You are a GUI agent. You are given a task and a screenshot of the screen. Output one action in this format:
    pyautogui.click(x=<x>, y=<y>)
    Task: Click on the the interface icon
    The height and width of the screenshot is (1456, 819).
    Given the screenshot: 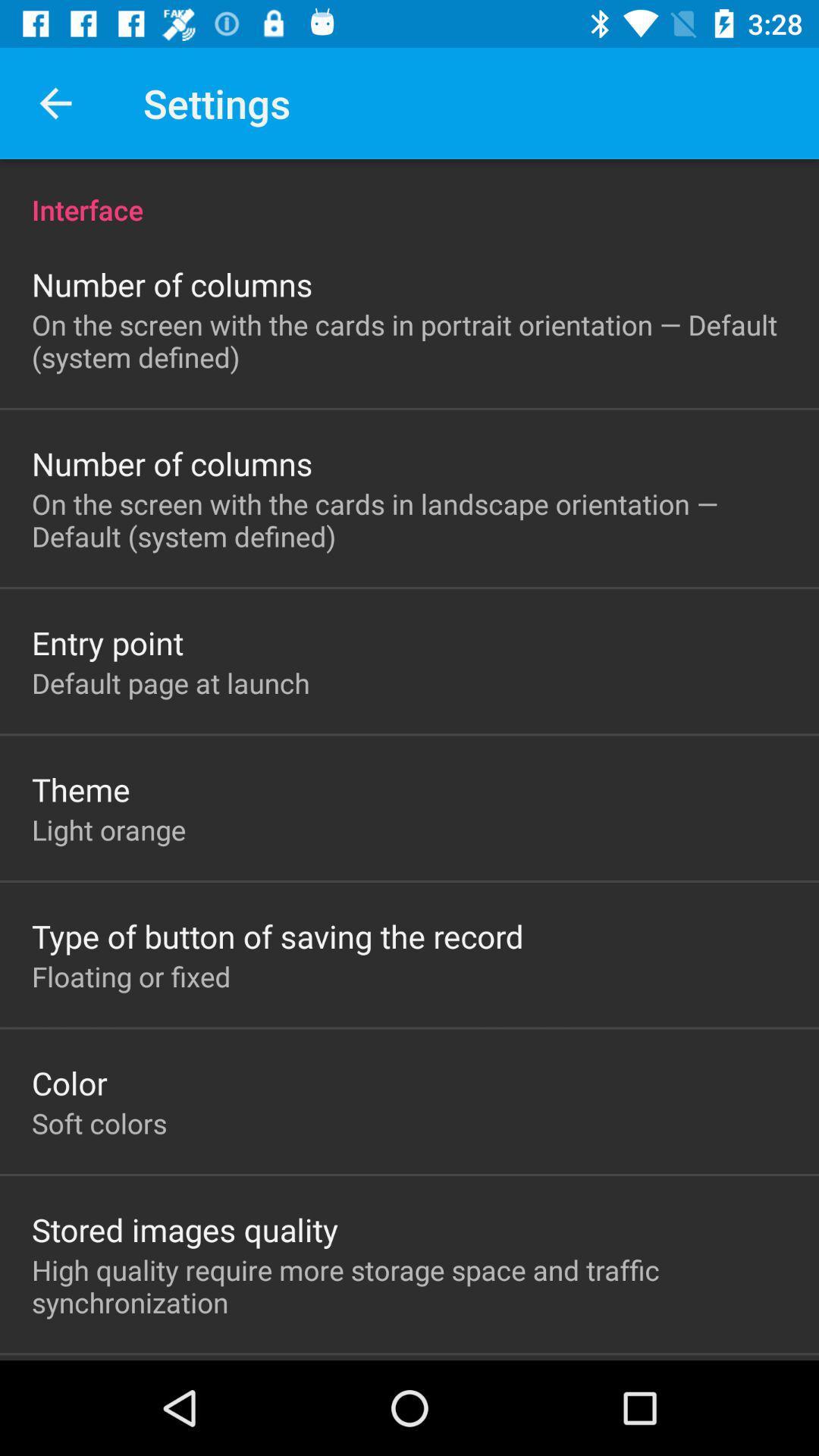 What is the action you would take?
    pyautogui.click(x=409, y=193)
    